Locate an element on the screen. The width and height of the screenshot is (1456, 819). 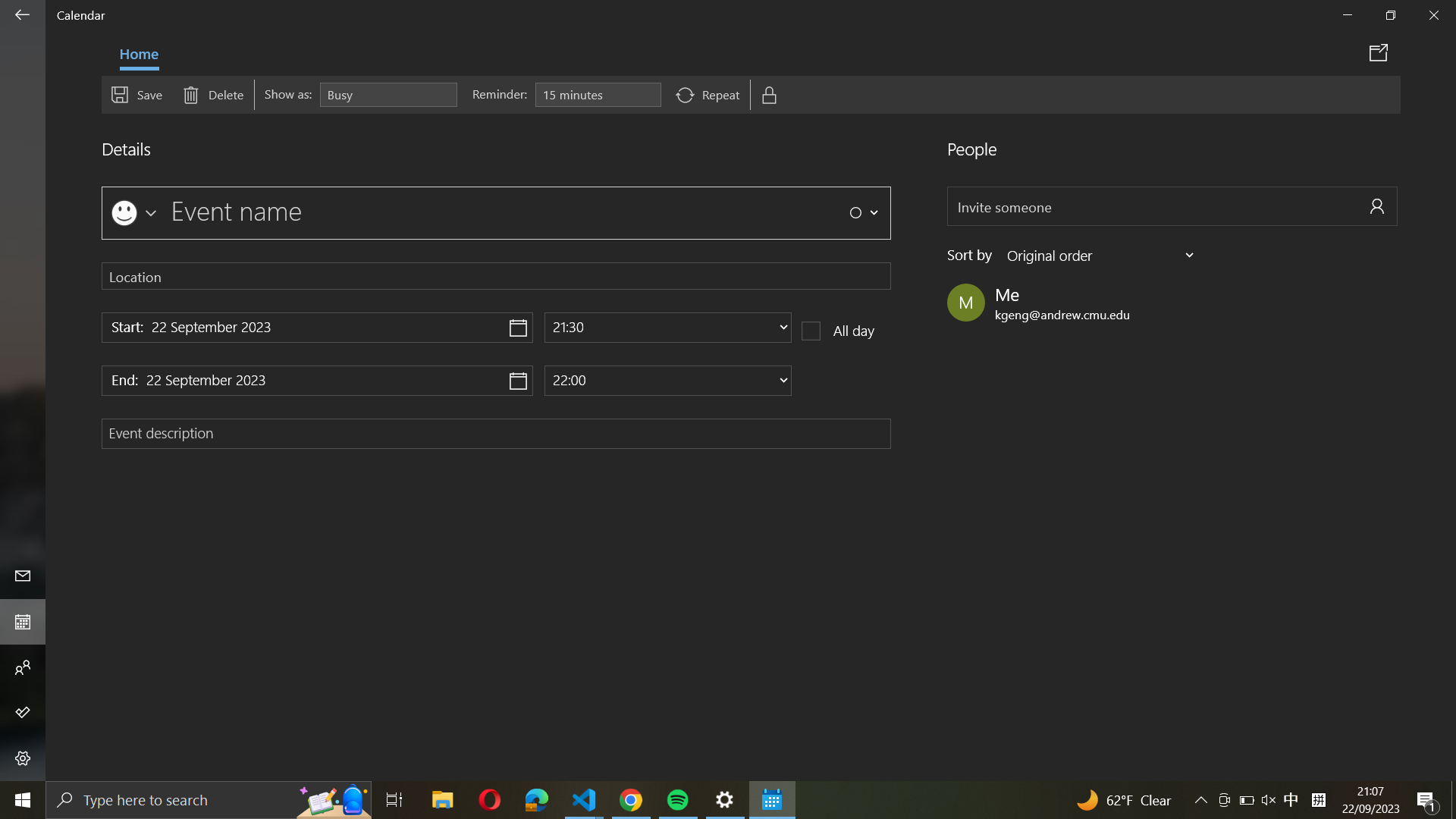
Design an event titled "Doctor"s Appointment" with medical emoji is located at coordinates (132, 210).